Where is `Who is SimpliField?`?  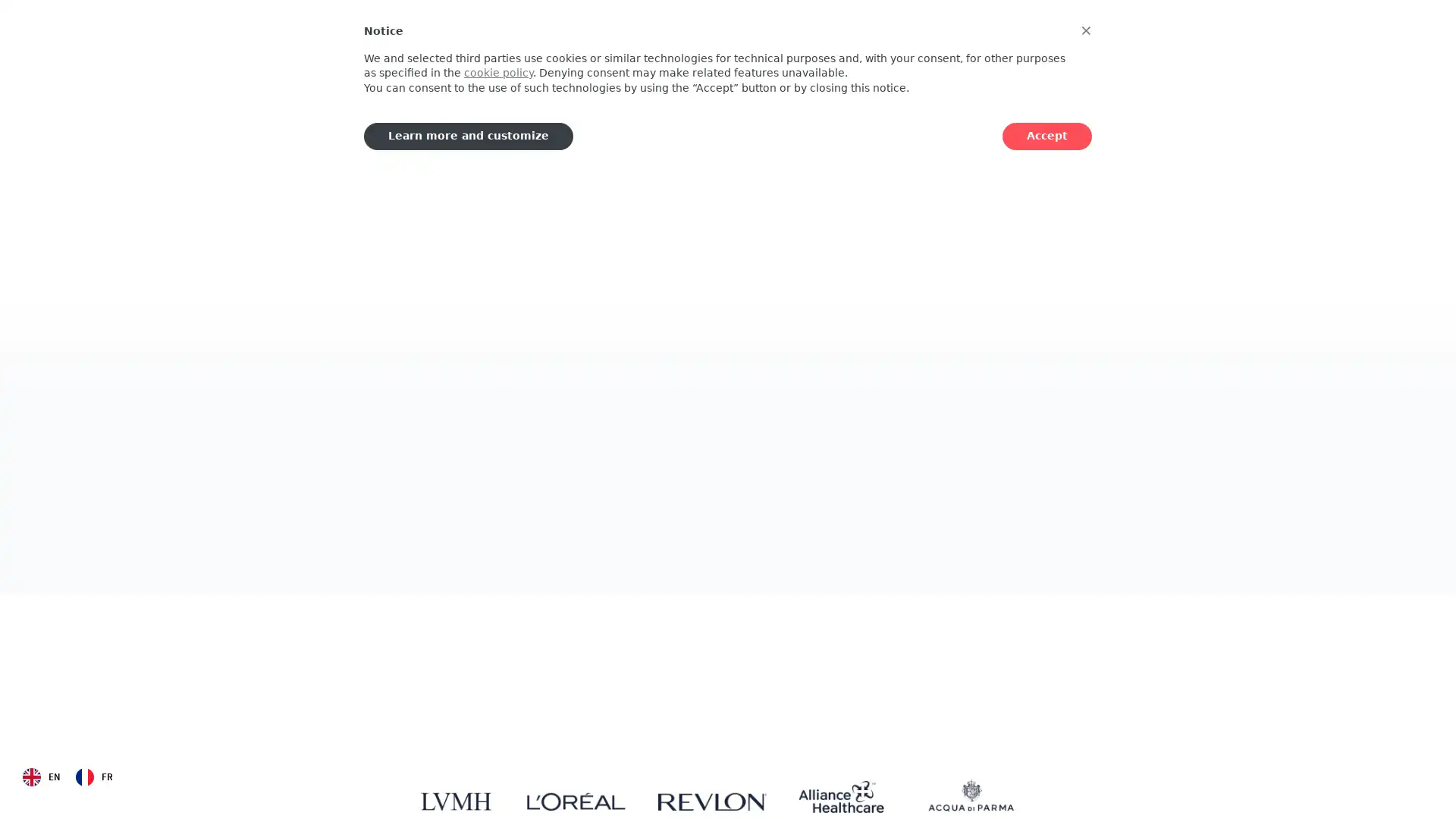 Who is SimpliField? is located at coordinates (482, 450).